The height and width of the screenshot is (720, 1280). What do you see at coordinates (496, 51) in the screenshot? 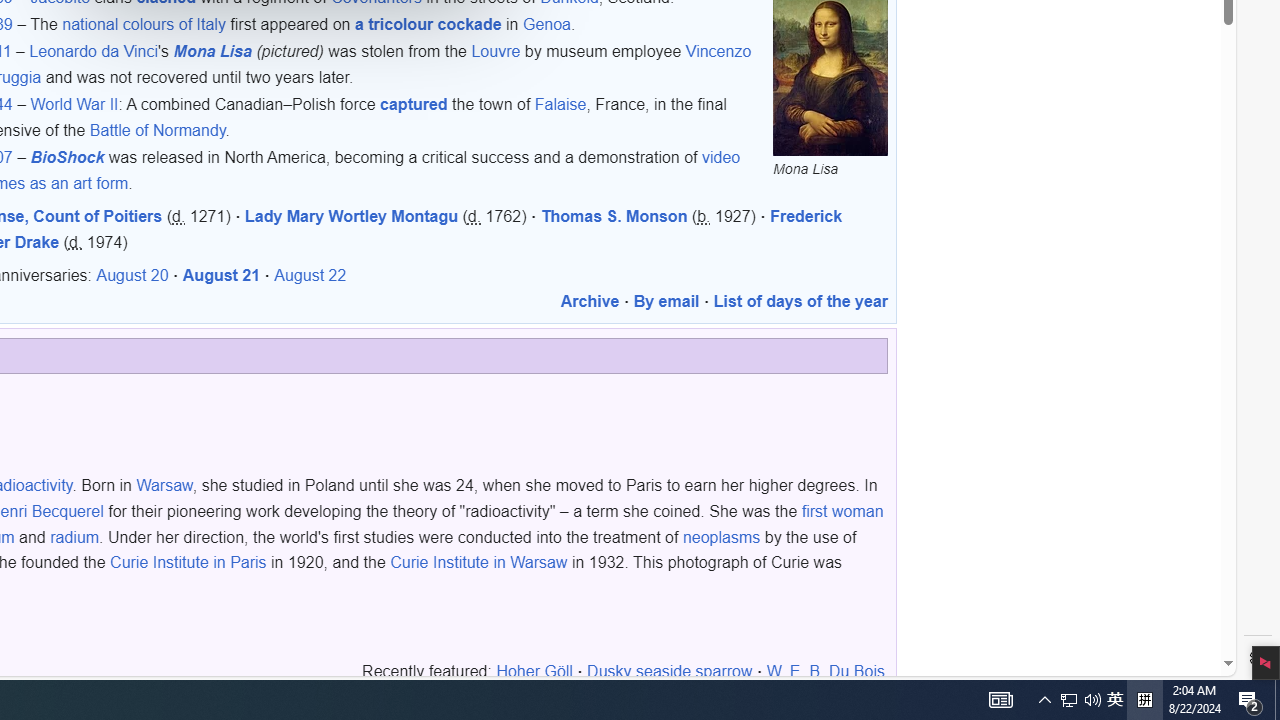
I see `'Louvre'` at bounding box center [496, 51].